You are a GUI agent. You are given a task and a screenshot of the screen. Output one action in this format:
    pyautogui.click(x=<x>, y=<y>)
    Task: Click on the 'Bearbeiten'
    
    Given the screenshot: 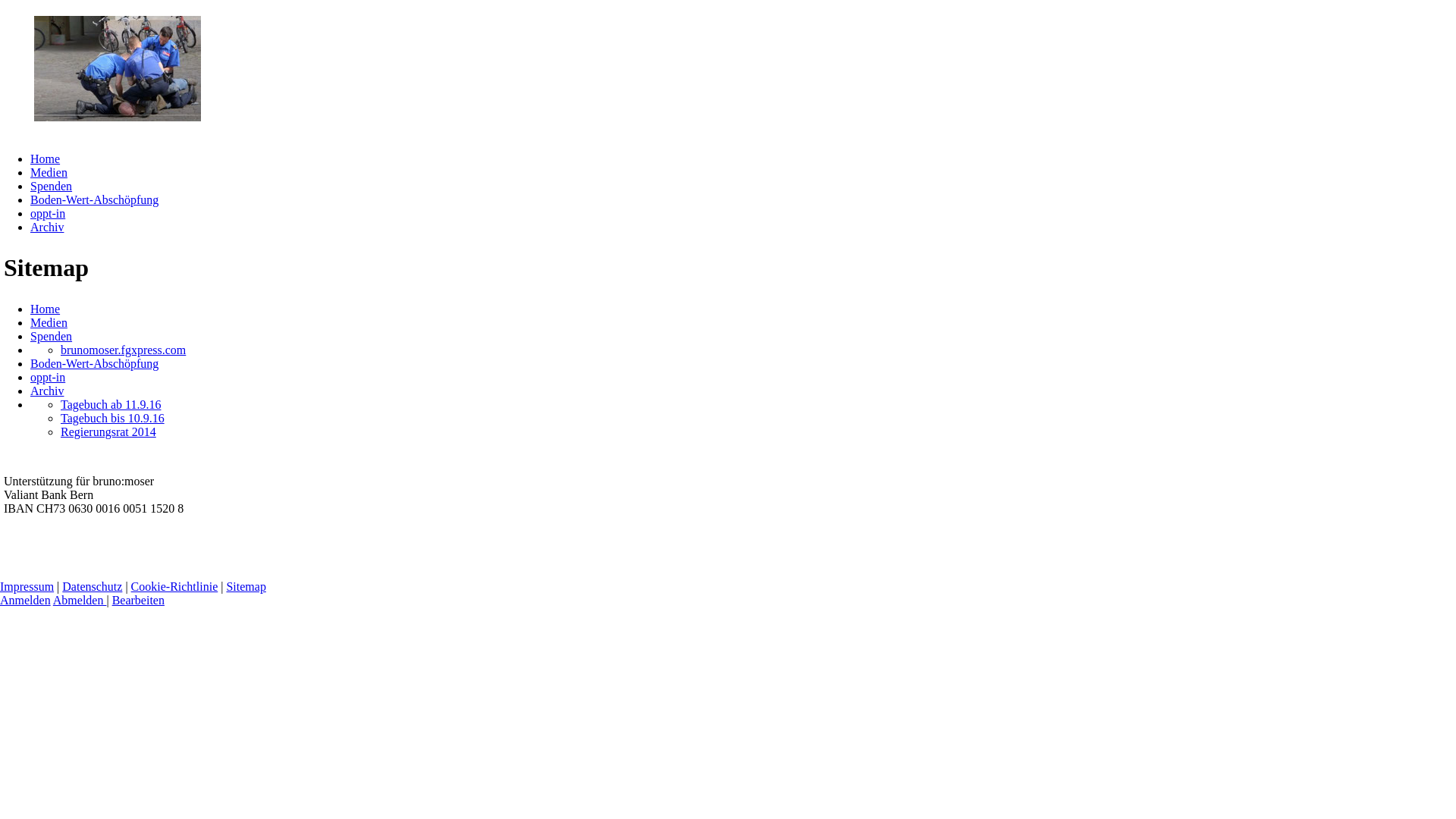 What is the action you would take?
    pyautogui.click(x=138, y=599)
    